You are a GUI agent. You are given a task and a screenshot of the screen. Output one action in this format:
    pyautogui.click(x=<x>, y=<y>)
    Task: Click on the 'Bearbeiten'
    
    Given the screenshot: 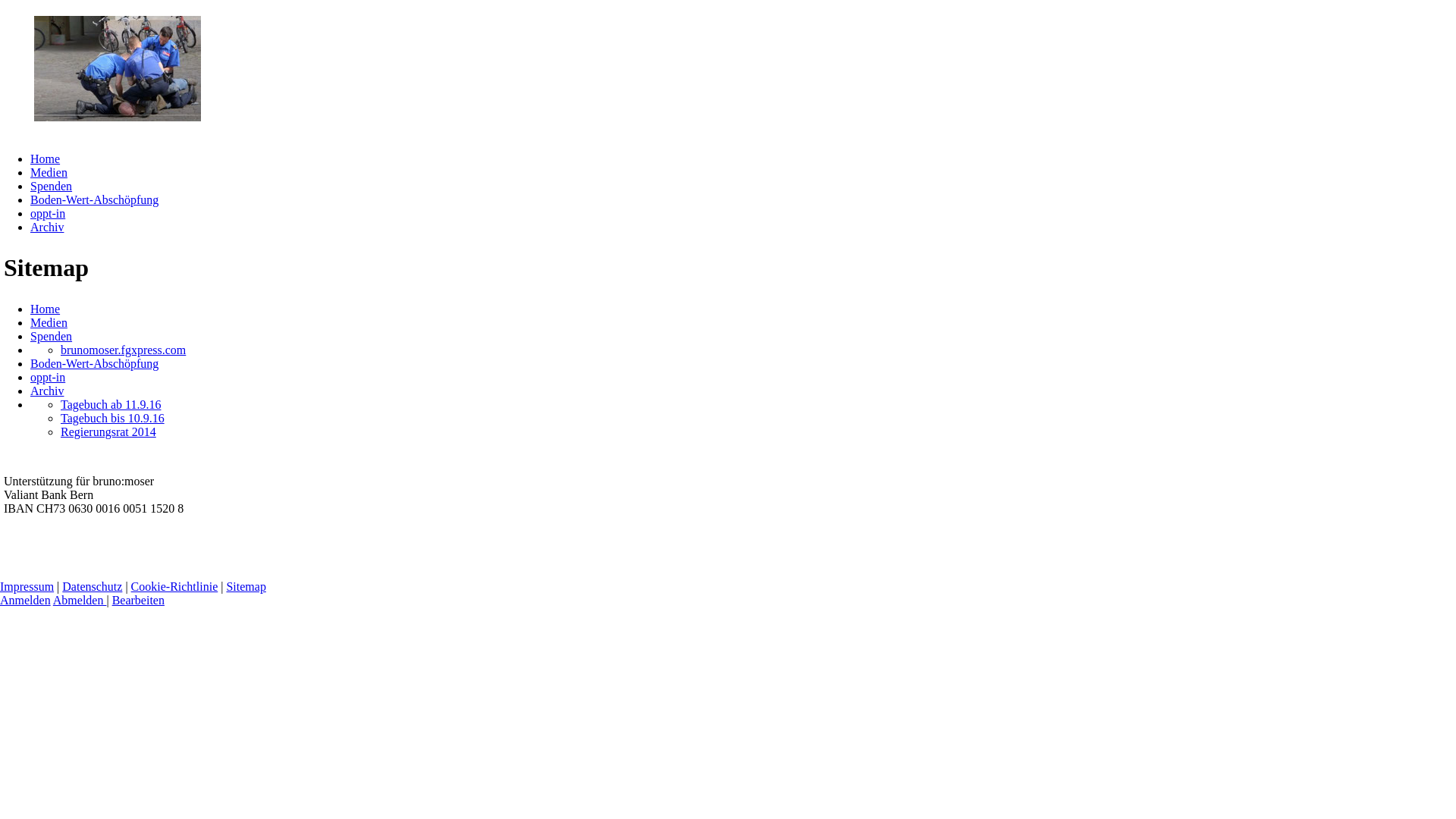 What is the action you would take?
    pyautogui.click(x=138, y=599)
    